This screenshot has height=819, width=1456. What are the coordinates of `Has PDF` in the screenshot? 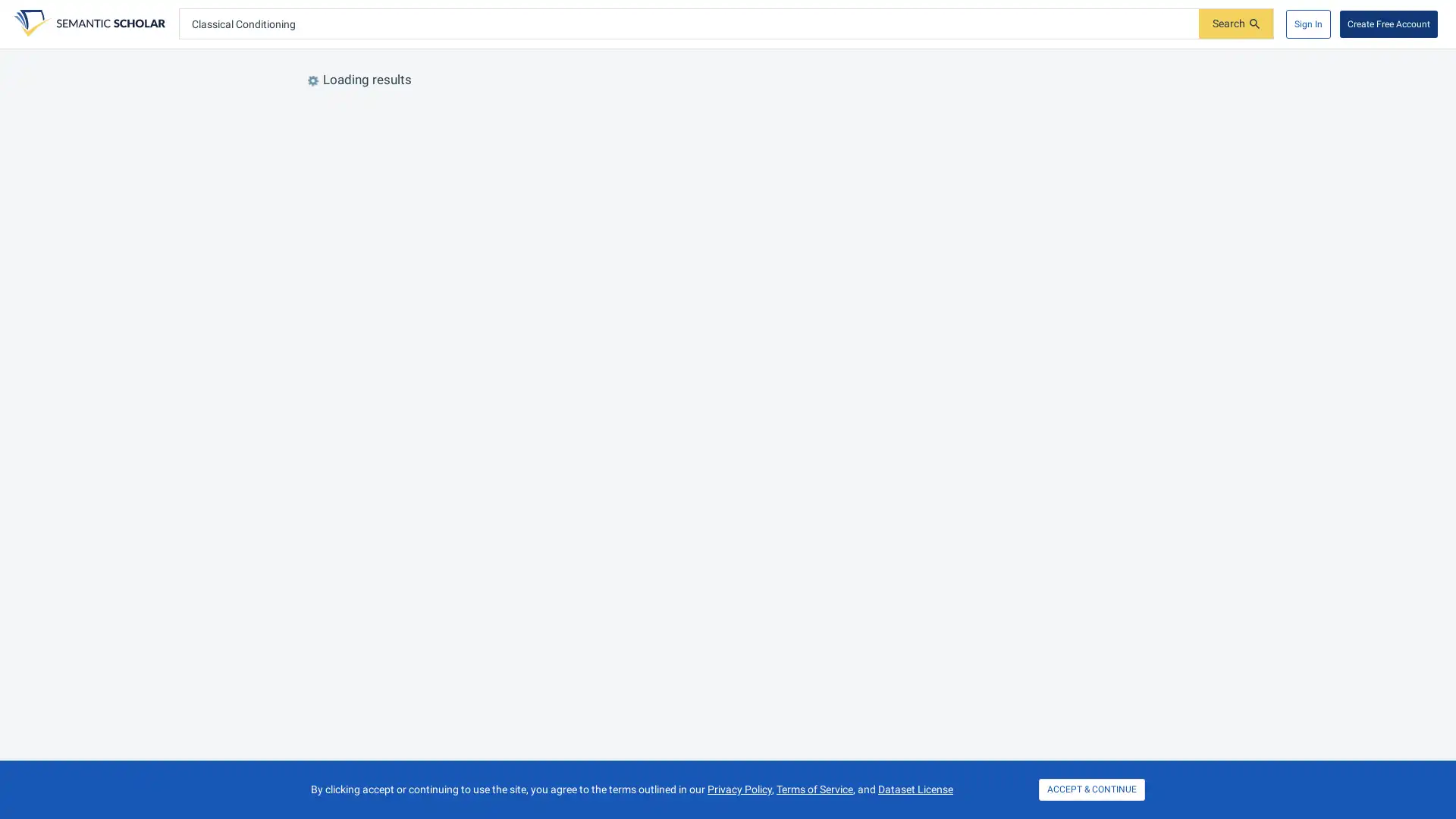 It's located at (526, 119).